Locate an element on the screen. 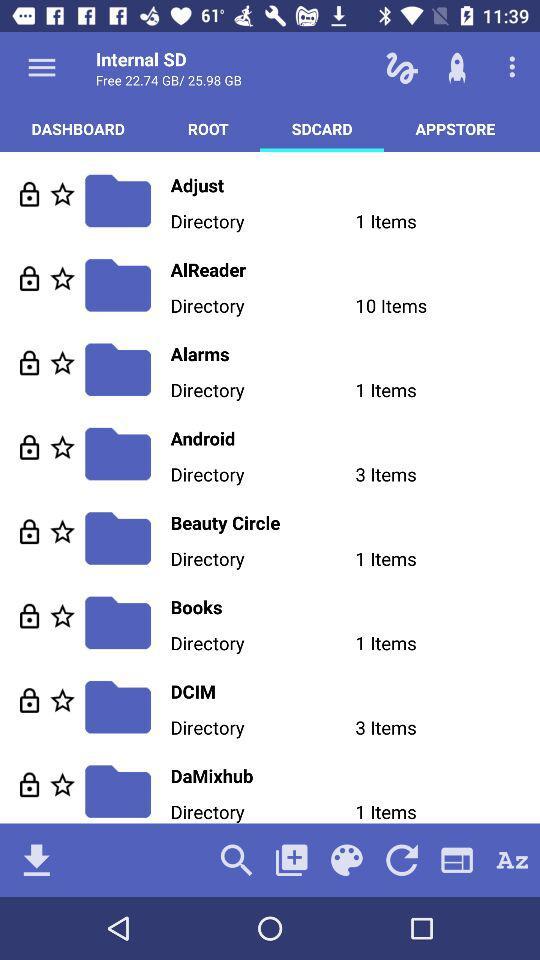 This screenshot has height=960, width=540. lock folder is located at coordinates (28, 784).